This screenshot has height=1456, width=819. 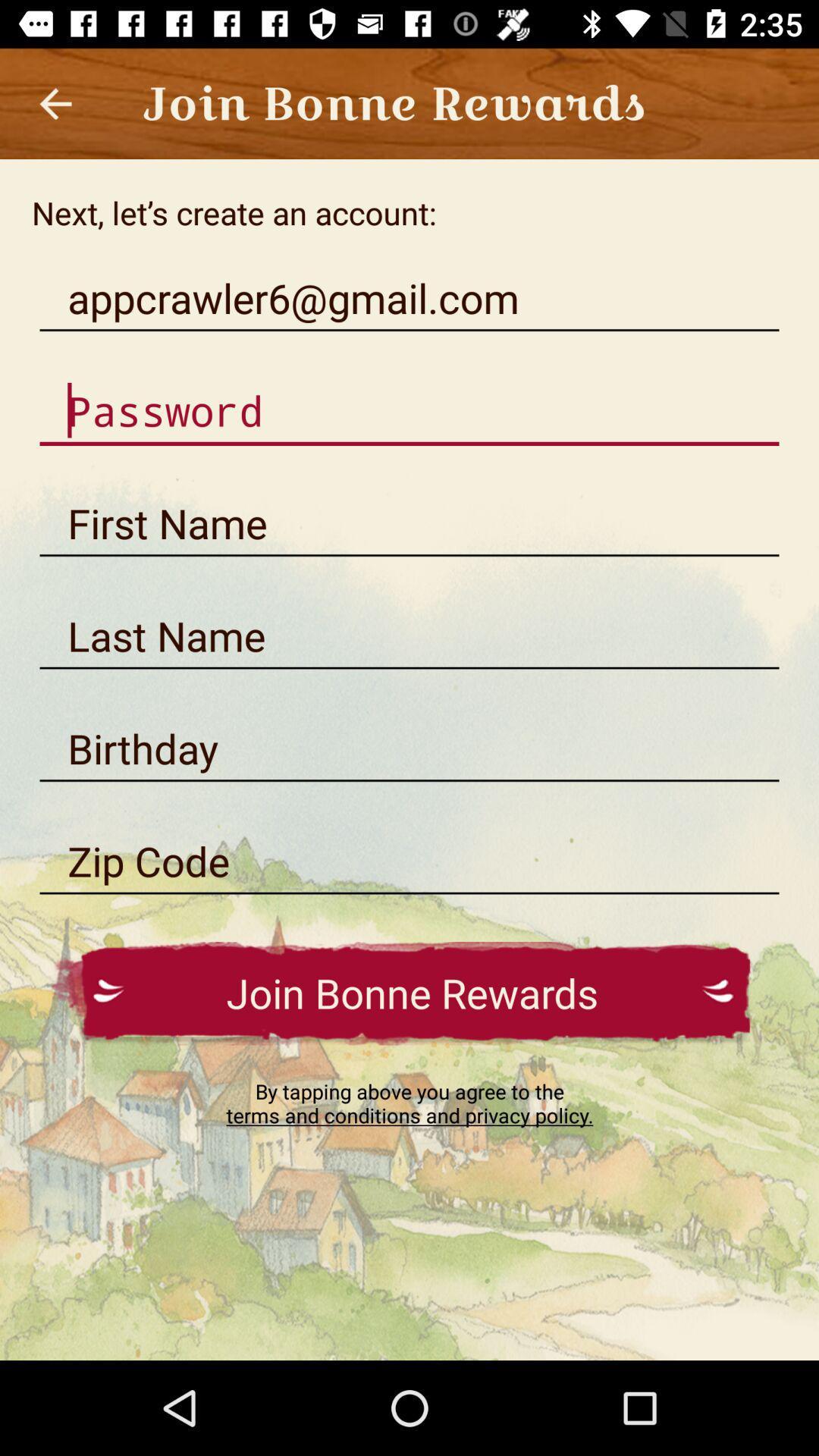 What do you see at coordinates (409, 636) in the screenshot?
I see `last name` at bounding box center [409, 636].